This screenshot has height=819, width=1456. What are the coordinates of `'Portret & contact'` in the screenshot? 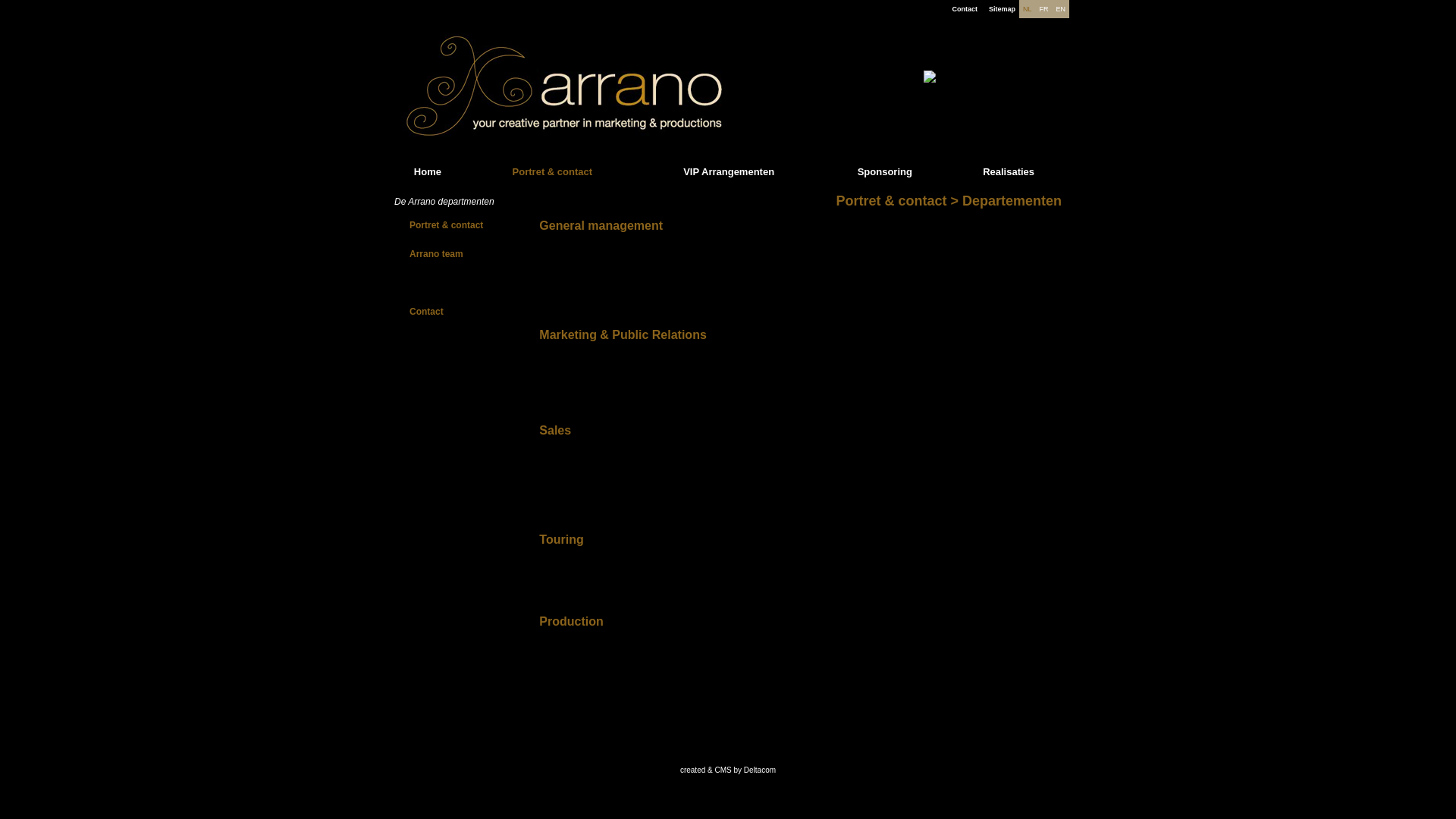 It's located at (551, 171).